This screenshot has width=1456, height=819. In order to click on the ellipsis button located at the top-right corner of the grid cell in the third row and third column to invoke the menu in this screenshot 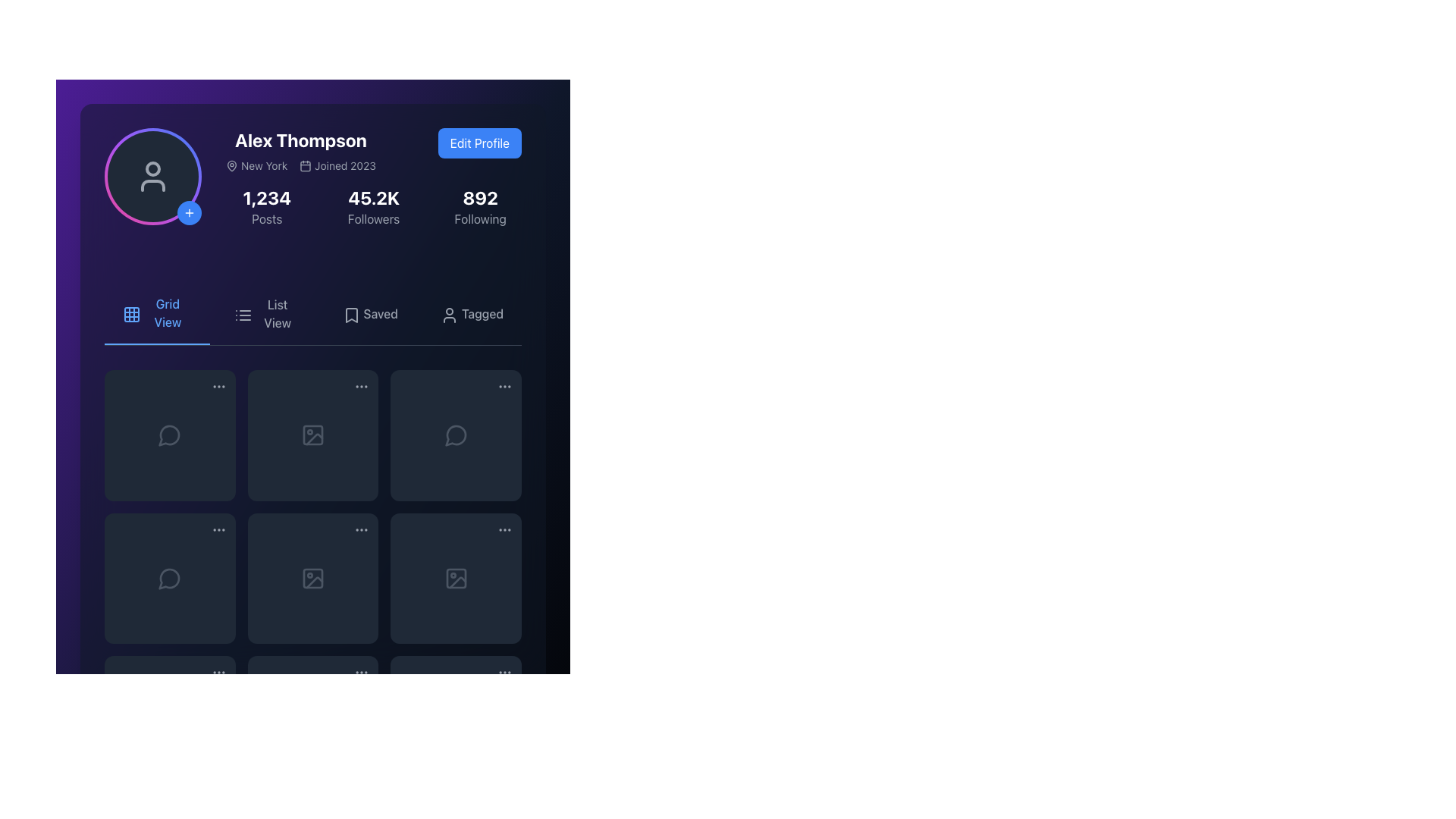, I will do `click(505, 529)`.